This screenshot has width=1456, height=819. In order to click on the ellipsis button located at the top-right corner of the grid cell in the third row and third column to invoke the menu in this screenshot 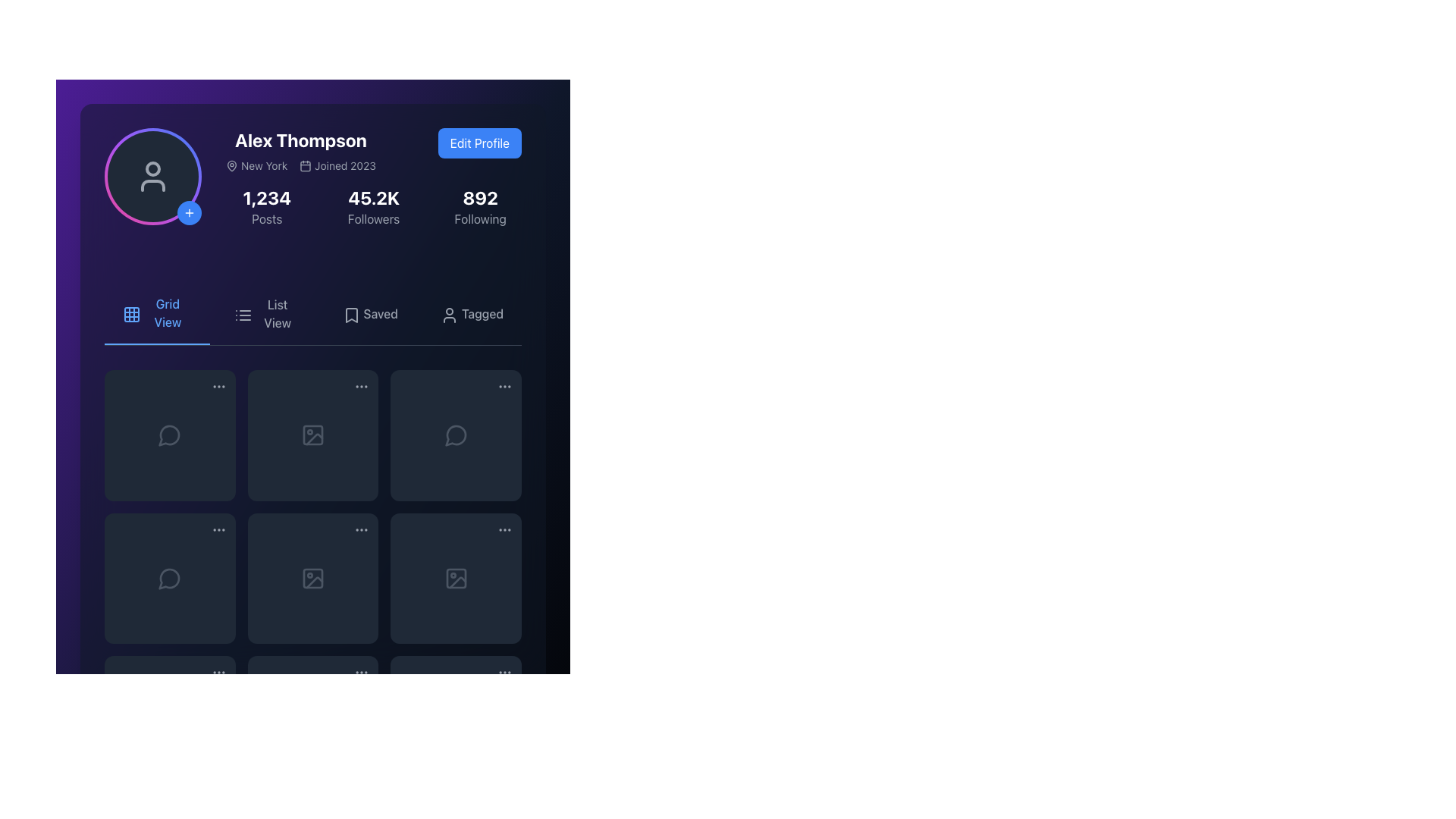, I will do `click(505, 529)`.